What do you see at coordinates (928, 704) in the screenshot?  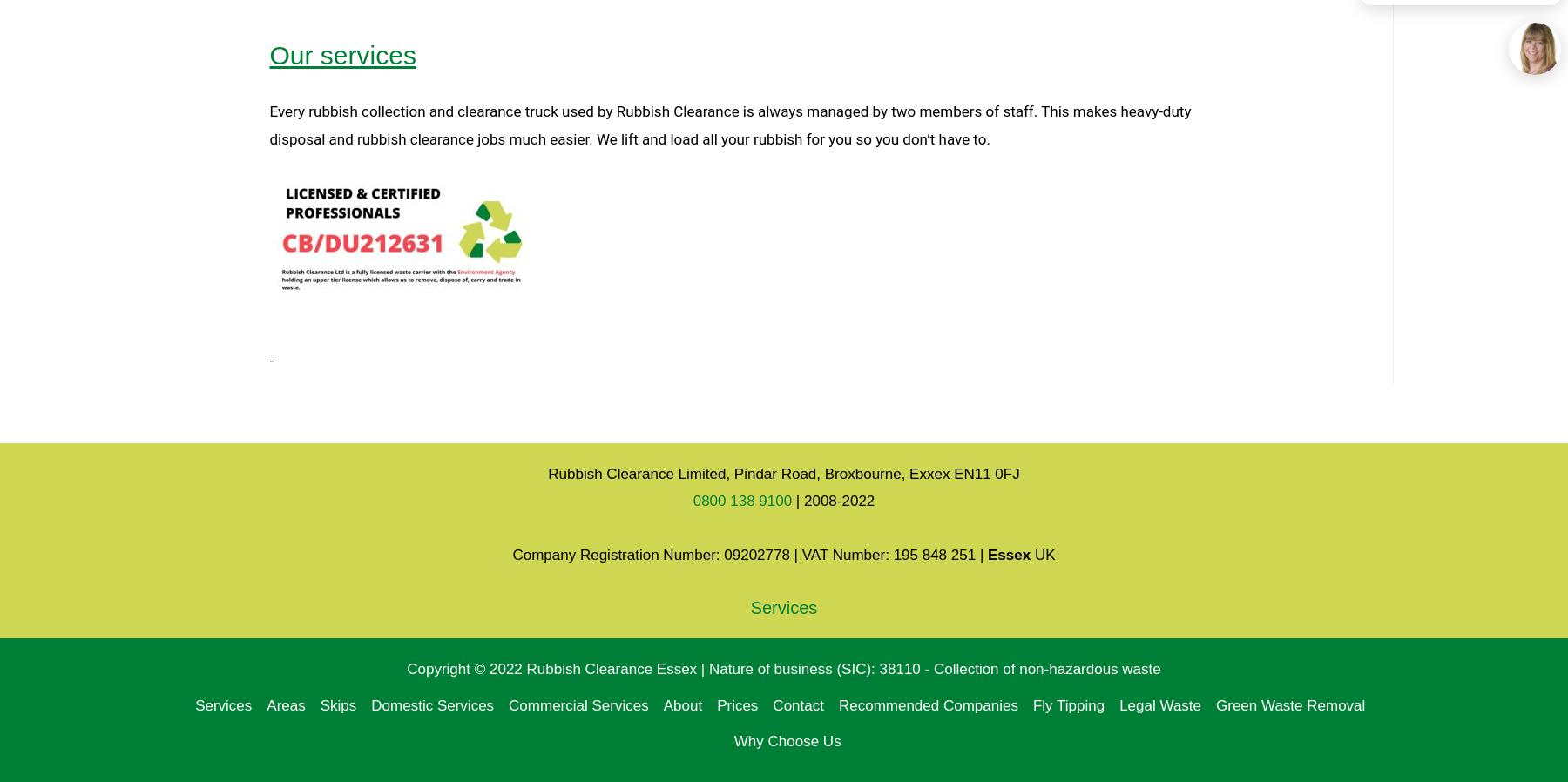 I see `'Recommended Companies'` at bounding box center [928, 704].